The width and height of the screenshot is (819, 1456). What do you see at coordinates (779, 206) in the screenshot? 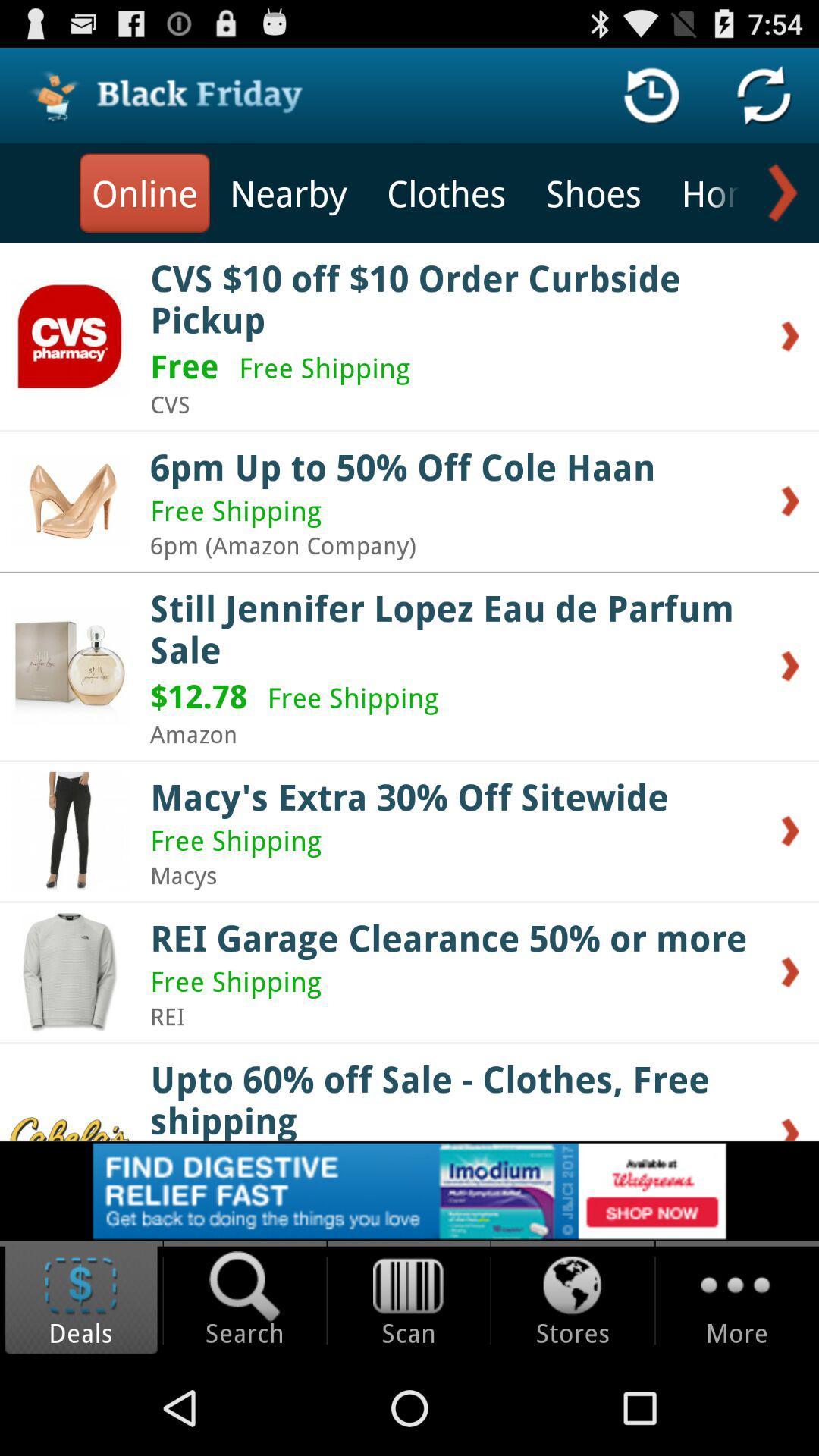
I see `the arrow_forward icon` at bounding box center [779, 206].